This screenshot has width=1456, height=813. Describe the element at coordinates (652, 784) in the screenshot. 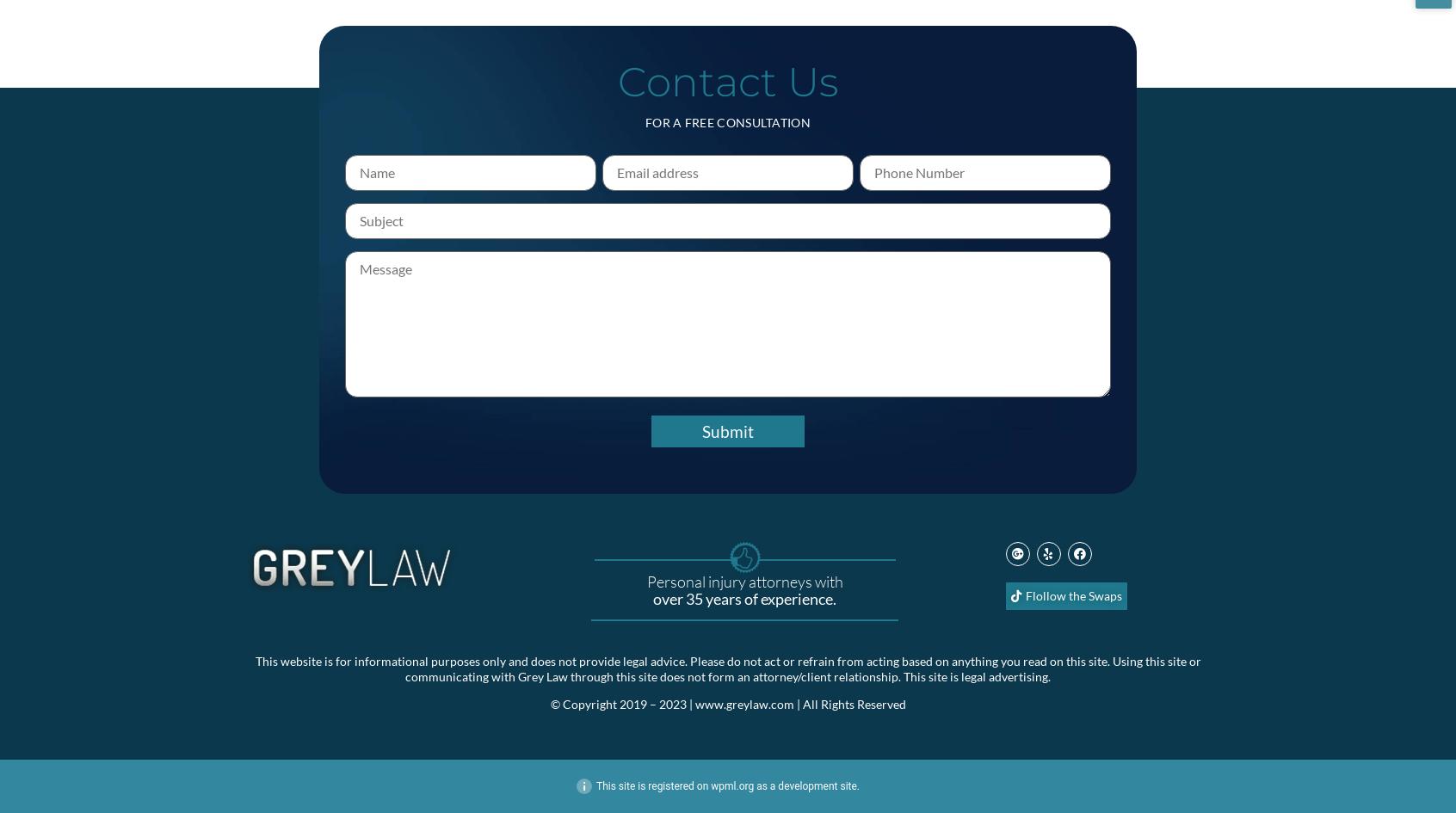

I see `'This site is registered on'` at that location.